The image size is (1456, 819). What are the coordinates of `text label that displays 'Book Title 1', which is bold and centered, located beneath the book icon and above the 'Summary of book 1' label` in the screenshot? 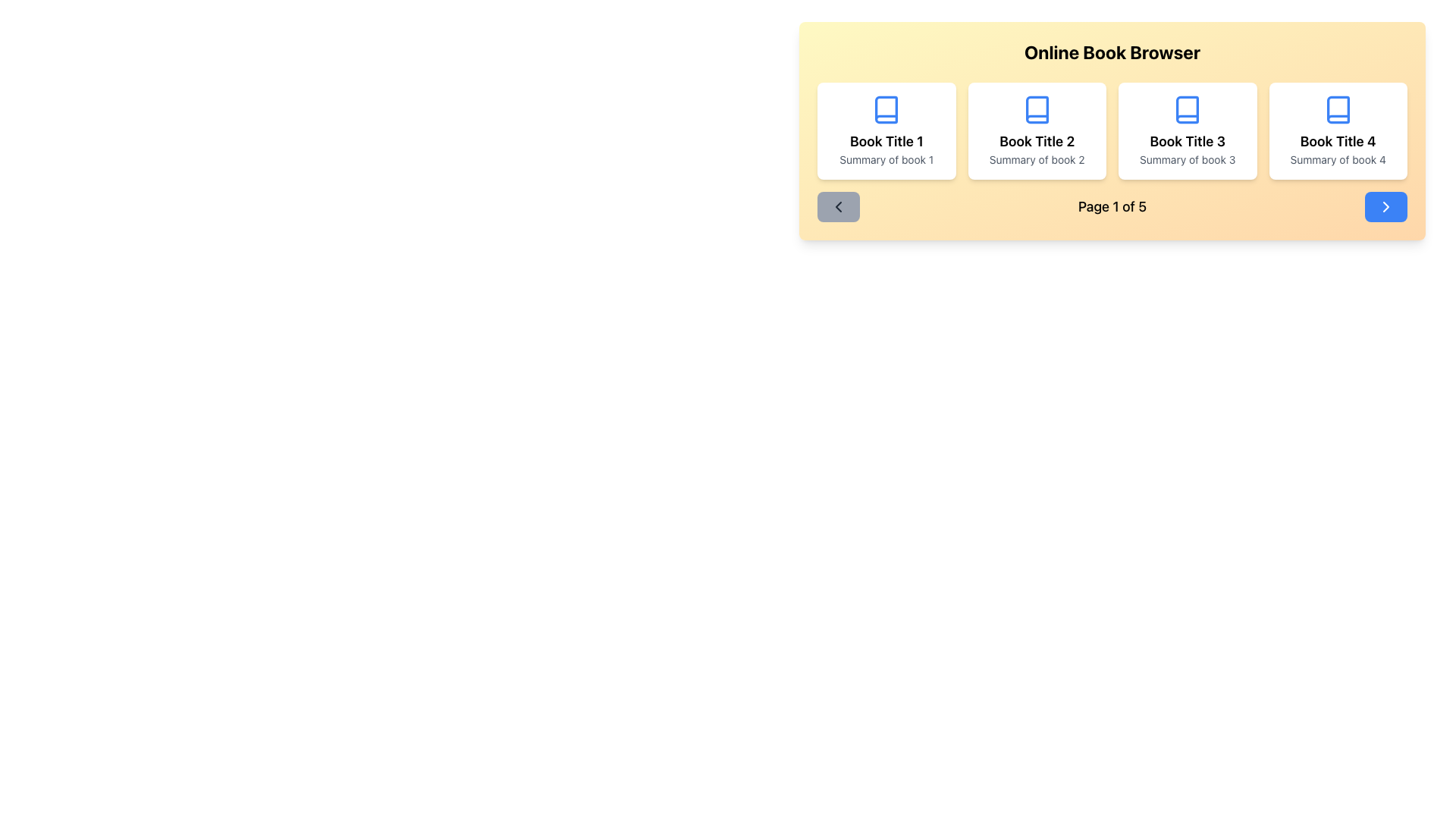 It's located at (886, 141).